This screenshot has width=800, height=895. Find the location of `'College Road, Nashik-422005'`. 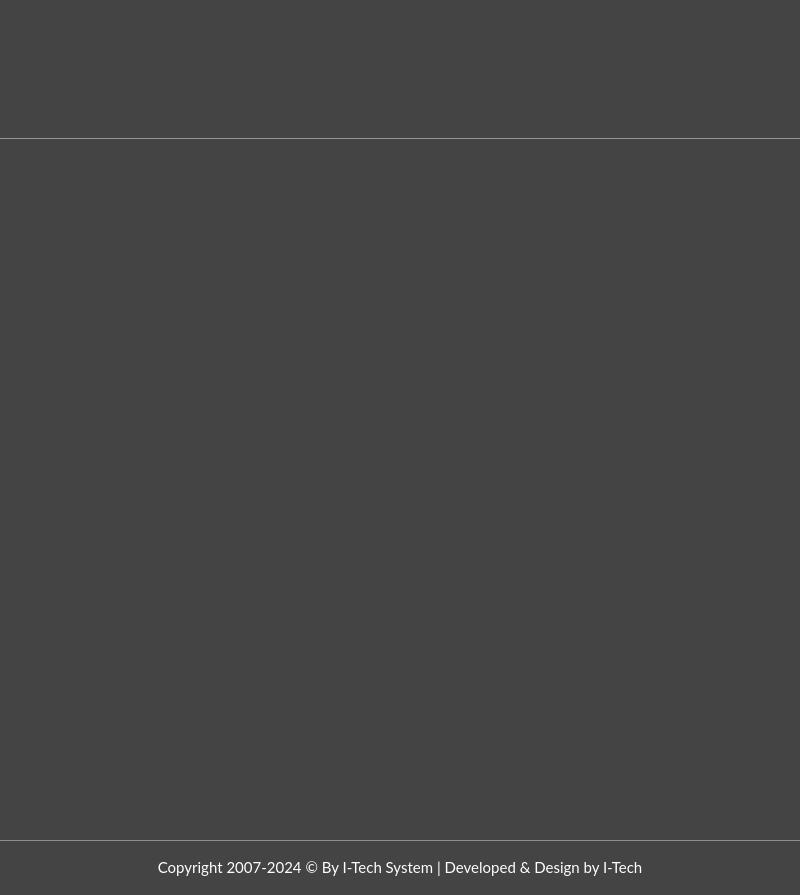

'College Road, Nashik-422005' is located at coordinates (137, 147).